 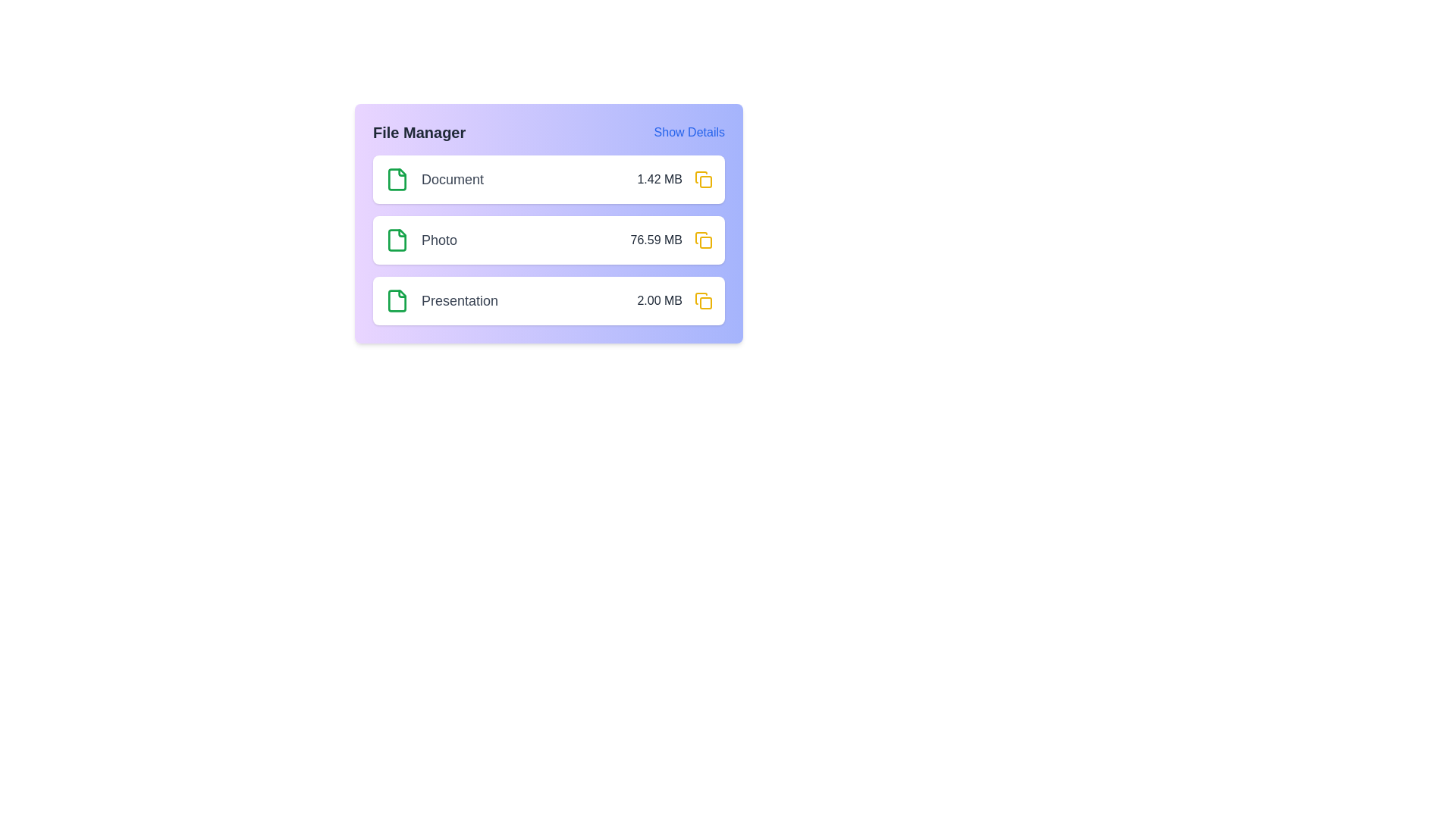 What do you see at coordinates (702, 178) in the screenshot?
I see `the yellow copy icon located to the right of the '1.42 MB' text label in the Document entry row to copy data` at bounding box center [702, 178].